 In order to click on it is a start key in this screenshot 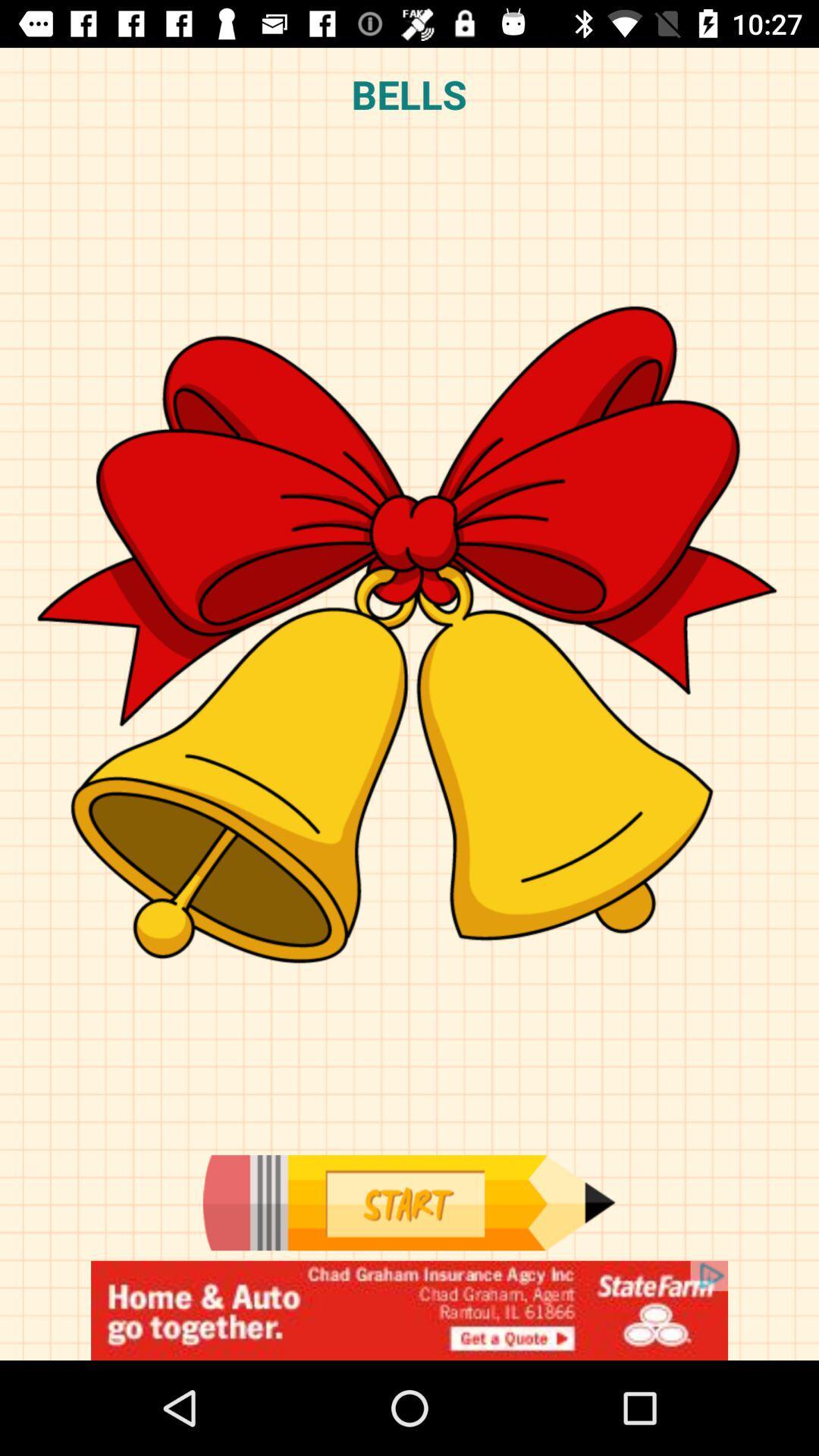, I will do `click(408, 1202)`.